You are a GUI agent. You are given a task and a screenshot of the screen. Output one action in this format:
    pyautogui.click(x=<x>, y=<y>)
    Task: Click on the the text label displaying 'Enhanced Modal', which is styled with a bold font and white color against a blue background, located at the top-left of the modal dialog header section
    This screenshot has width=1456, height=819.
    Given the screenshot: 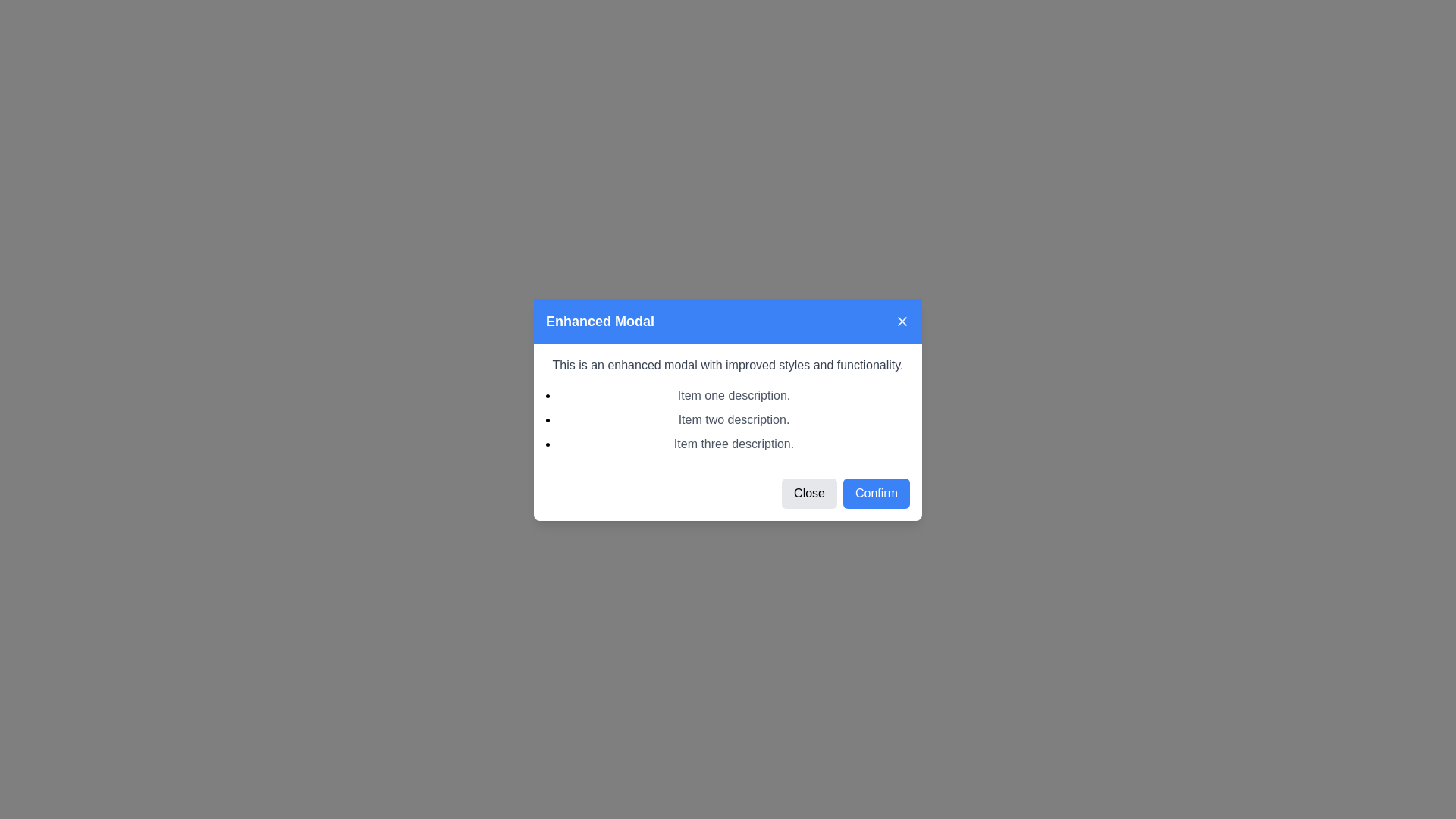 What is the action you would take?
    pyautogui.click(x=599, y=320)
    